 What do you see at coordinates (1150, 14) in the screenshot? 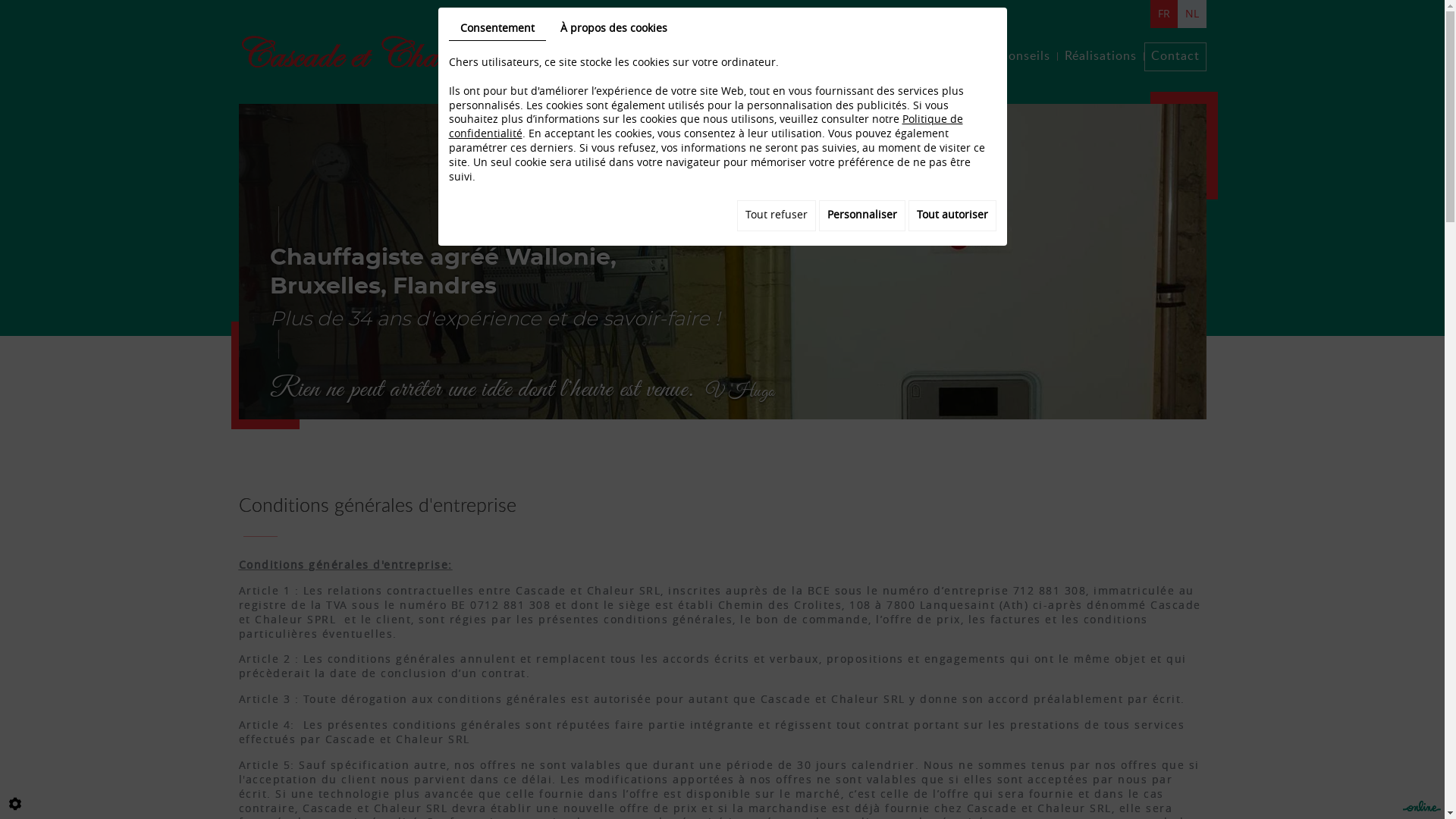
I see `'FR'` at bounding box center [1150, 14].